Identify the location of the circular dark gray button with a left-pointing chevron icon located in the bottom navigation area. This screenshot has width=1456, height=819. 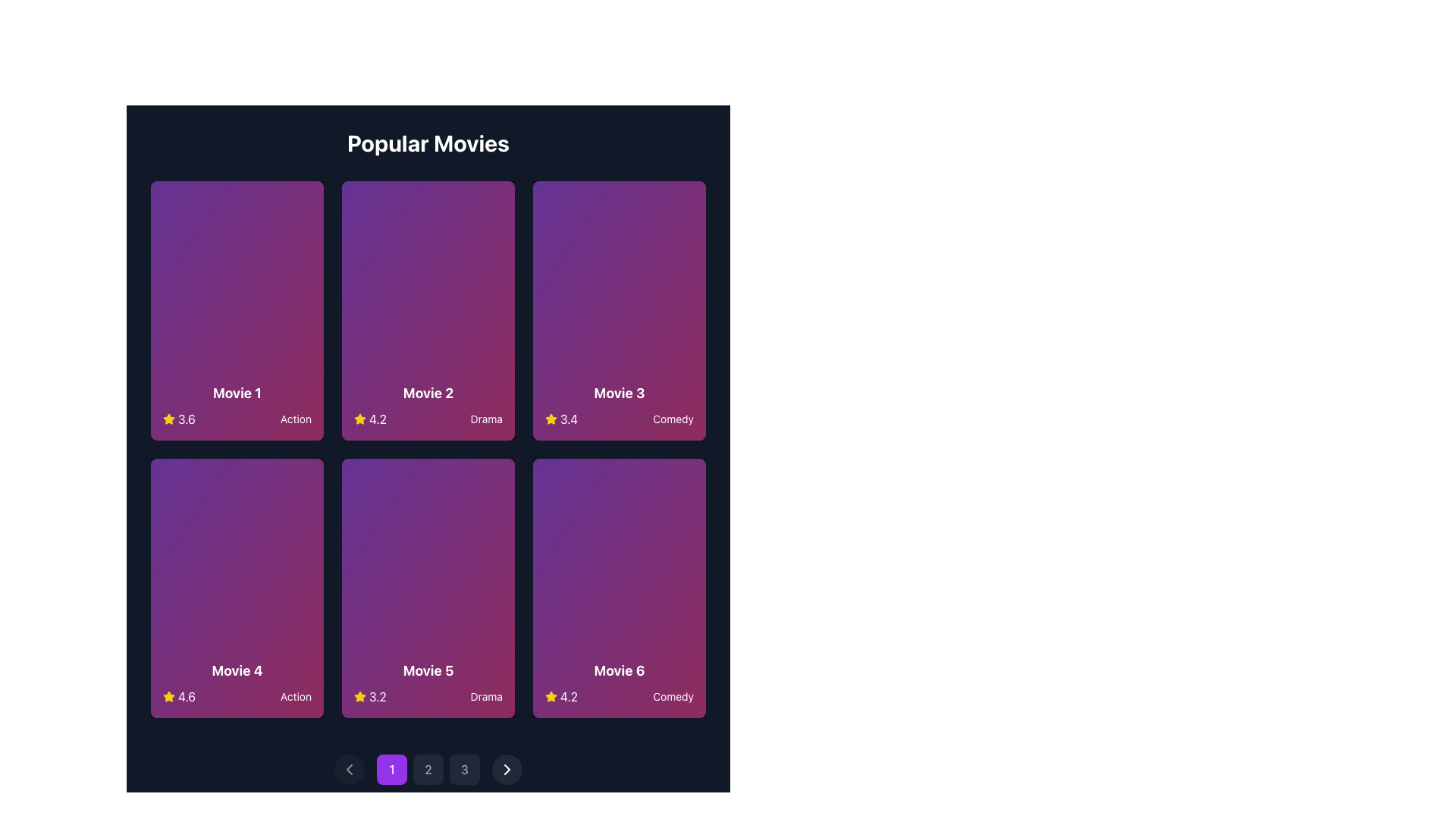
(348, 769).